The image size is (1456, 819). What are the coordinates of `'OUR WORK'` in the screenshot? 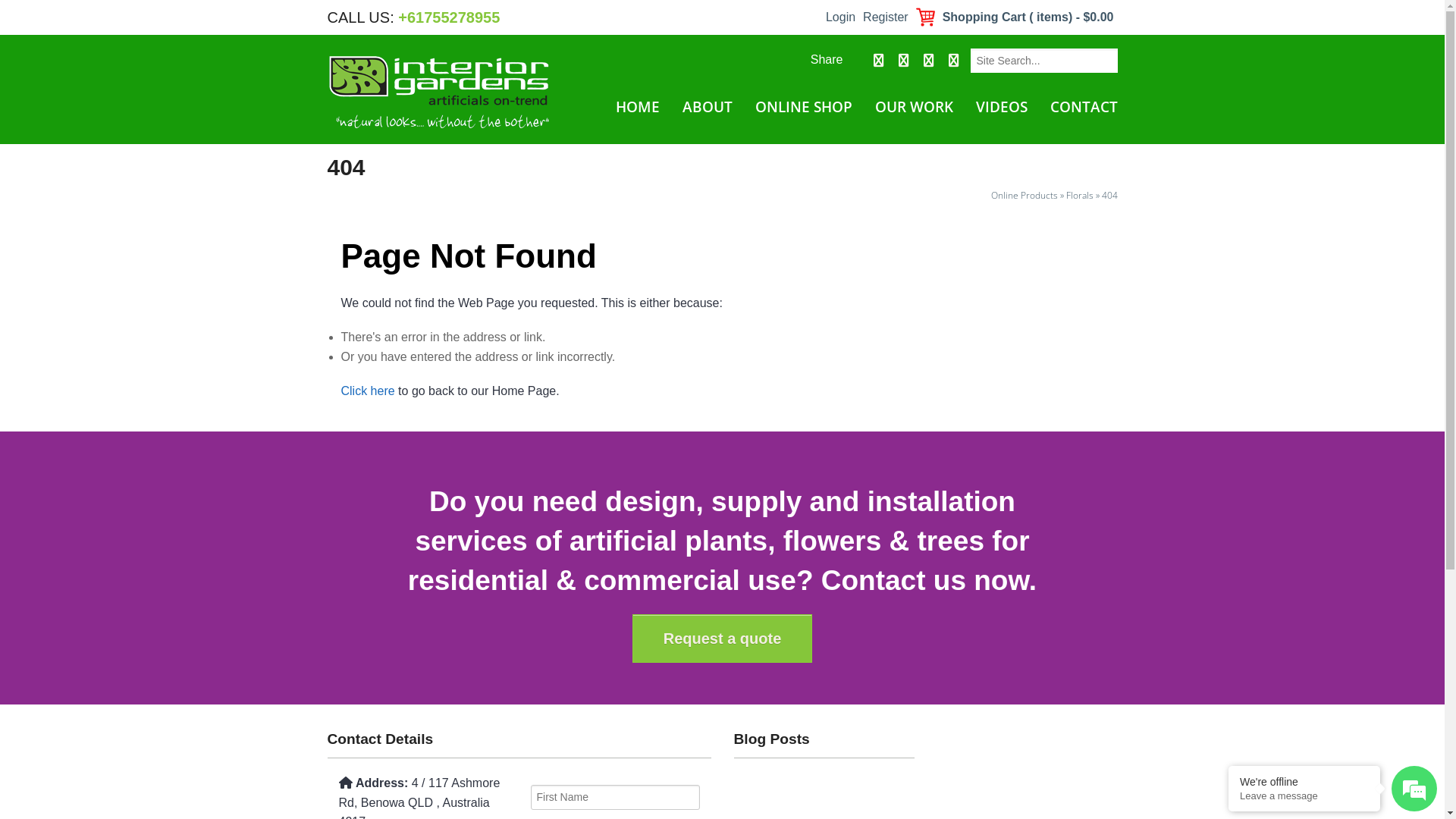 It's located at (912, 106).